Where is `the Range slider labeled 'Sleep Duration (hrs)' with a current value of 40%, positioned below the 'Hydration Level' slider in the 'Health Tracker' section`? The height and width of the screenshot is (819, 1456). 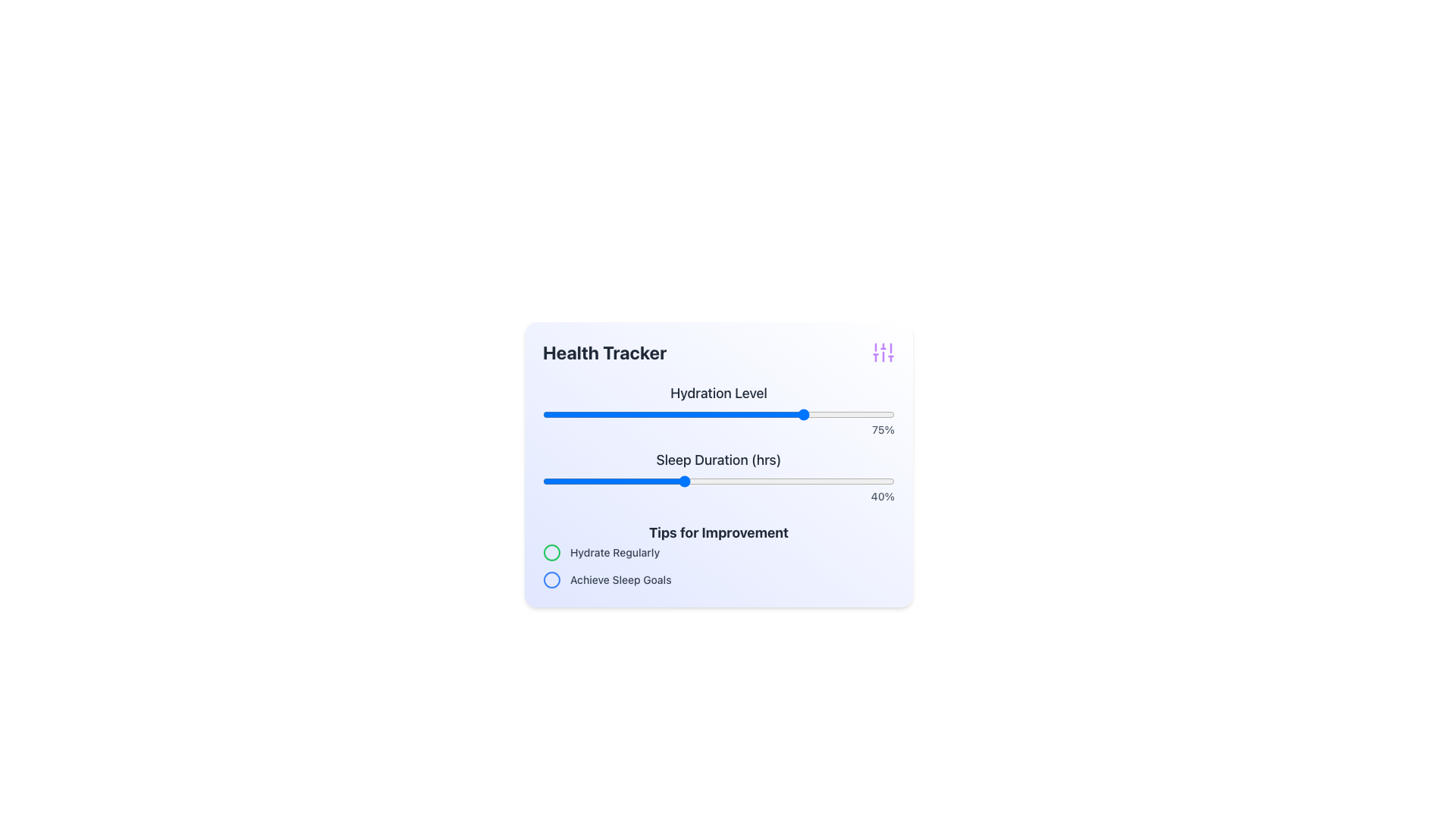 the Range slider labeled 'Sleep Duration (hrs)' with a current value of 40%, positioned below the 'Hydration Level' slider in the 'Health Tracker' section is located at coordinates (718, 475).